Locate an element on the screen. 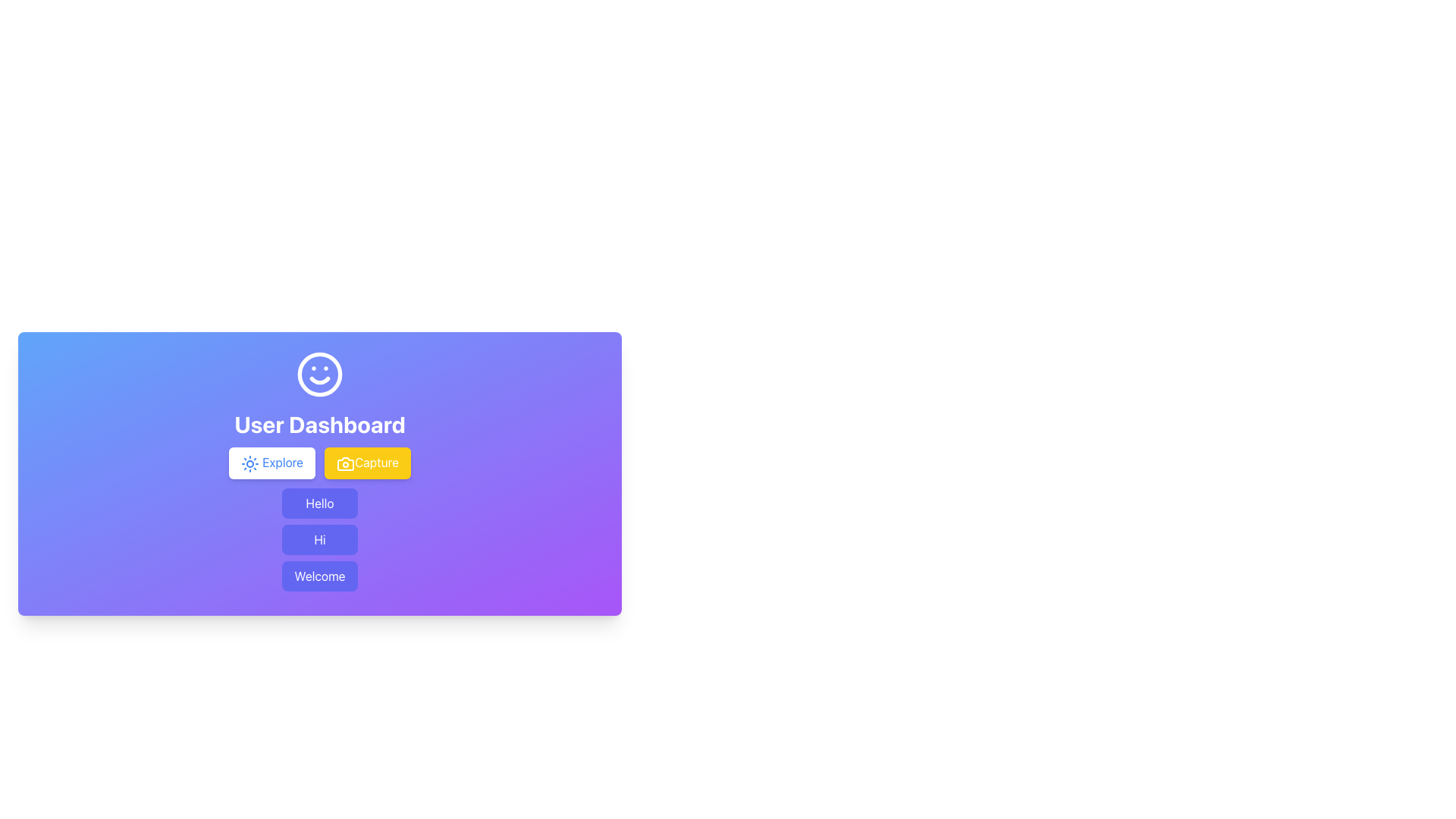 The image size is (1456, 819). the button labeled 'Hi', which is the second button in a vertical stack beneath the 'User Dashboard' heading, positioned between the 'Hello' and 'Welcome' buttons is located at coordinates (319, 538).